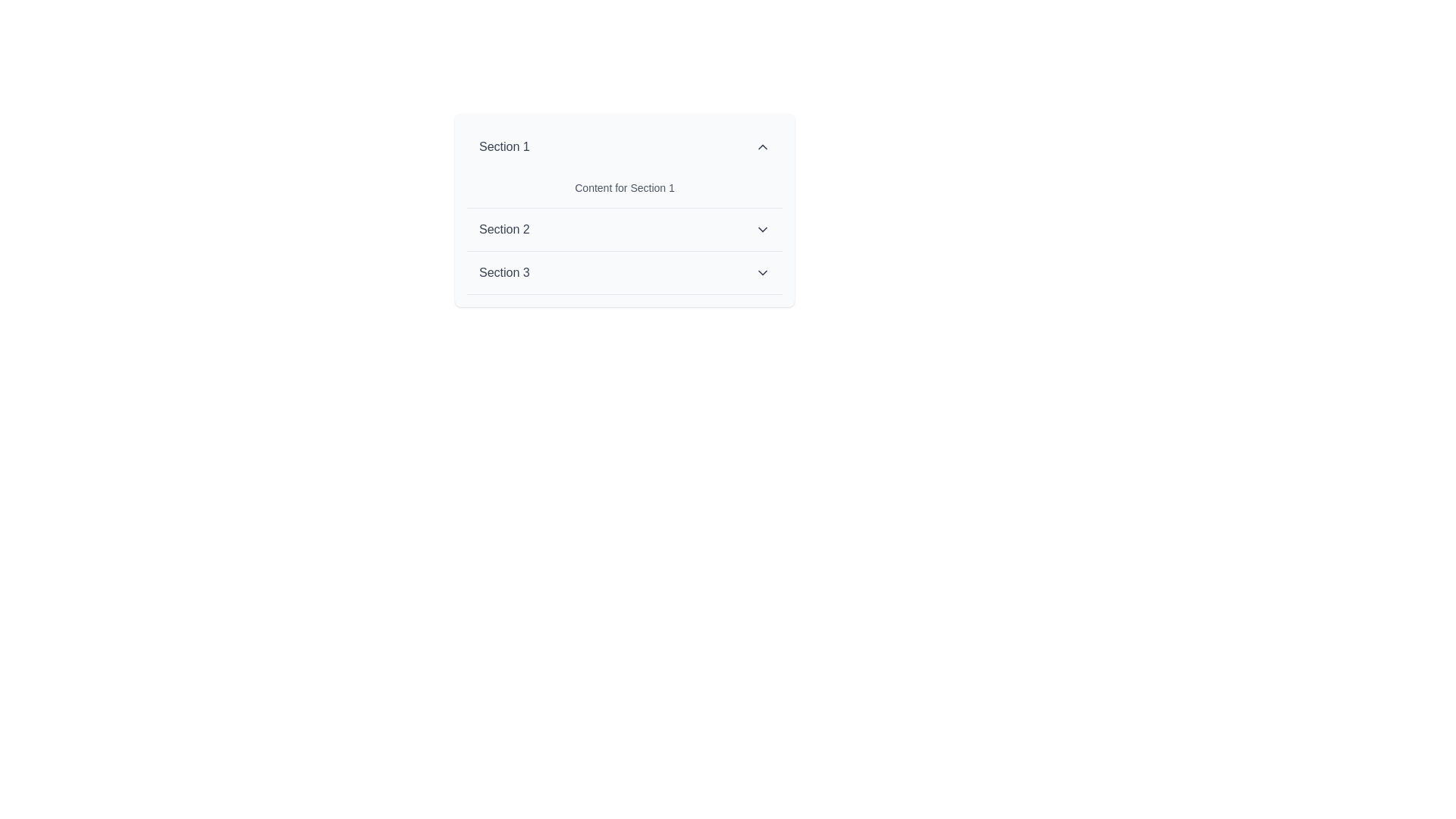 The image size is (1456, 819). Describe the element at coordinates (625, 273) in the screenshot. I see `the 'Section 3' menu item in the dropdown` at that location.